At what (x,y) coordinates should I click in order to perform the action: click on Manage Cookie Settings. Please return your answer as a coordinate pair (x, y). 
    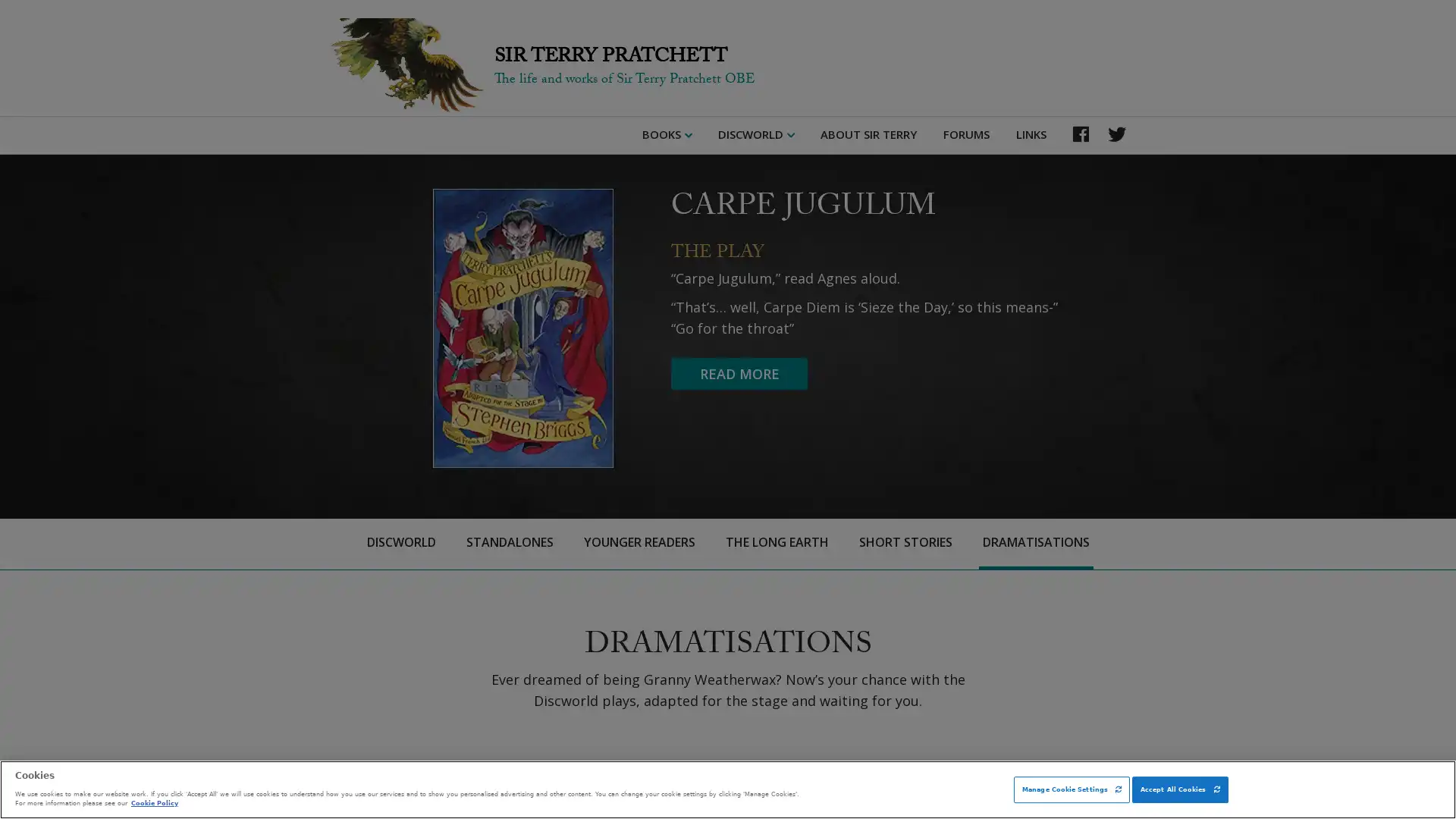
    Looking at the image, I should click on (1071, 789).